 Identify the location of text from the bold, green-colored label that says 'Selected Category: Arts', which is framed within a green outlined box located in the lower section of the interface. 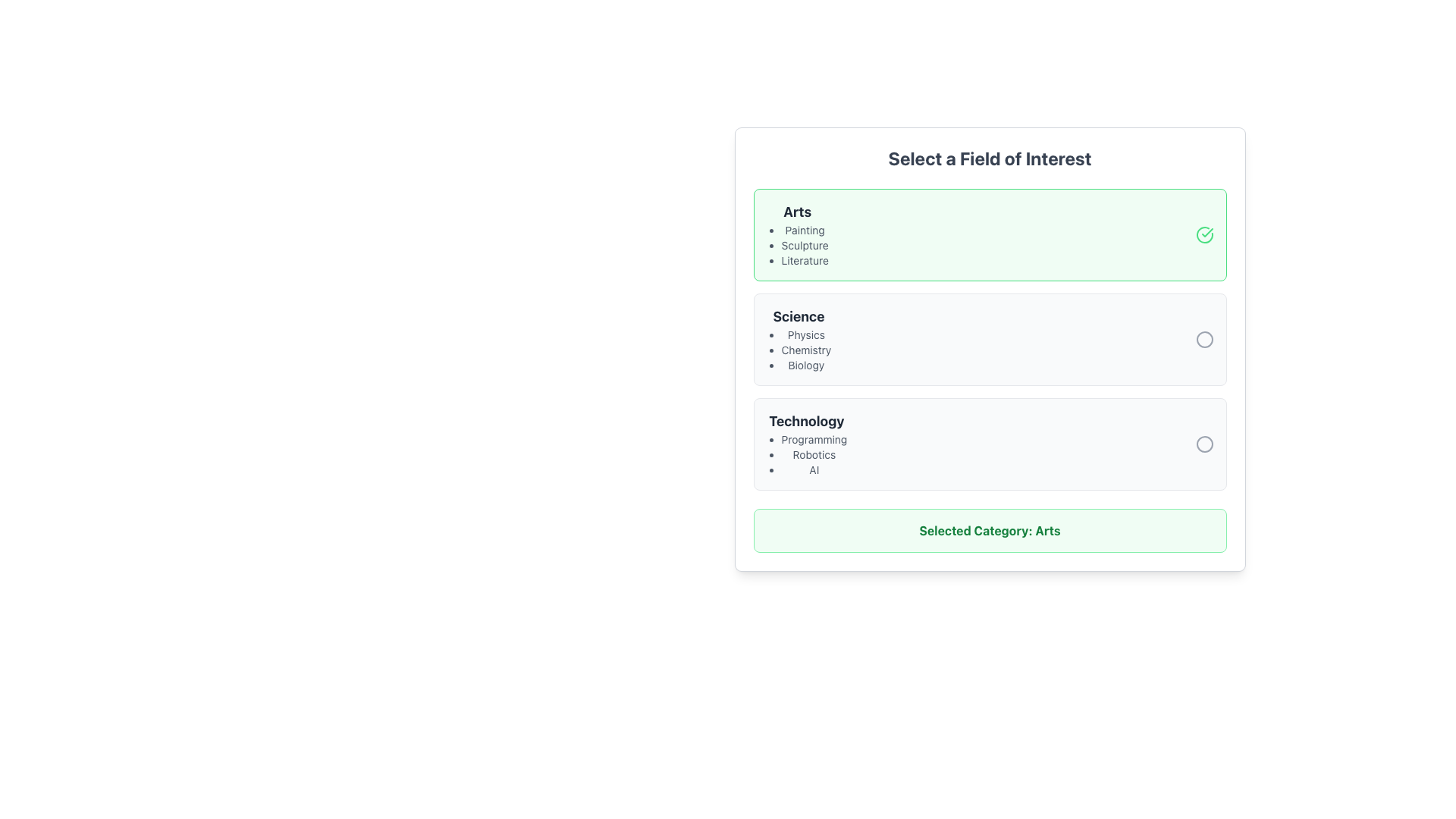
(990, 529).